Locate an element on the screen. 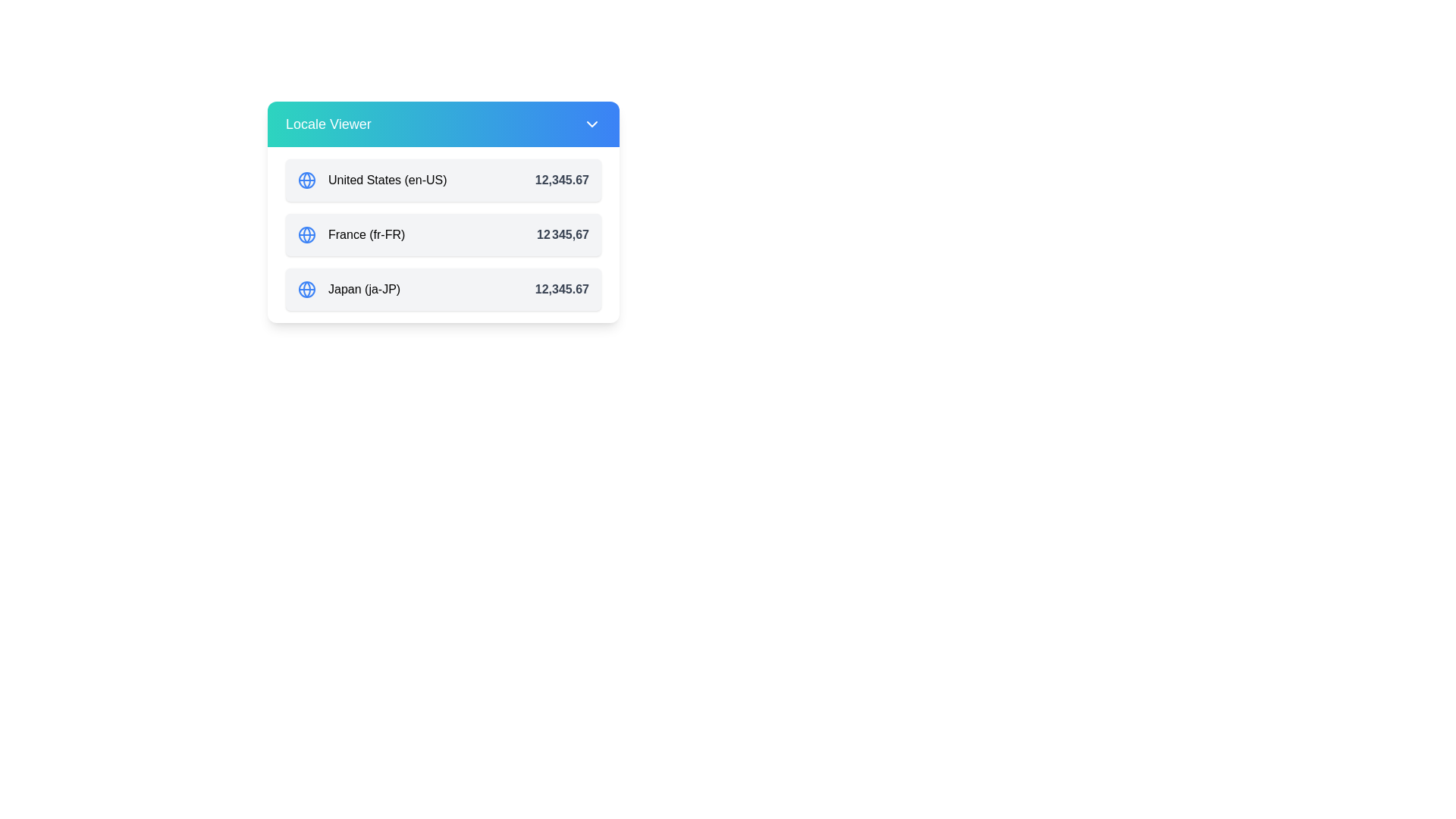 Image resolution: width=1456 pixels, height=819 pixels. the second List item row in the 'Locale Viewer' that represents locale-specific information, specifically for a country name, locale identifier, and formatted numeric value is located at coordinates (443, 234).